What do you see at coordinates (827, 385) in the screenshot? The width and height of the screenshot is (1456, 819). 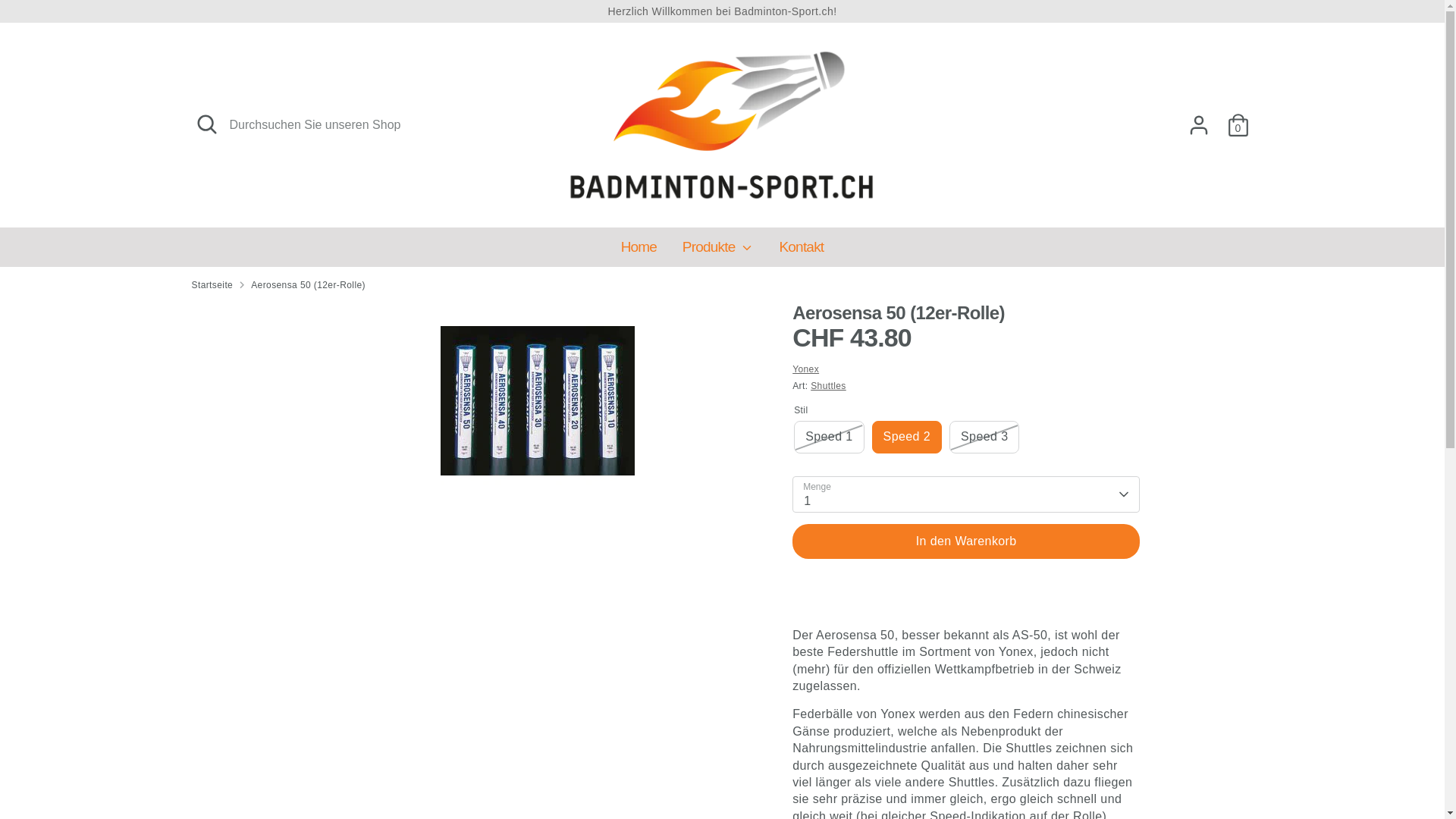 I see `'Shuttles'` at bounding box center [827, 385].